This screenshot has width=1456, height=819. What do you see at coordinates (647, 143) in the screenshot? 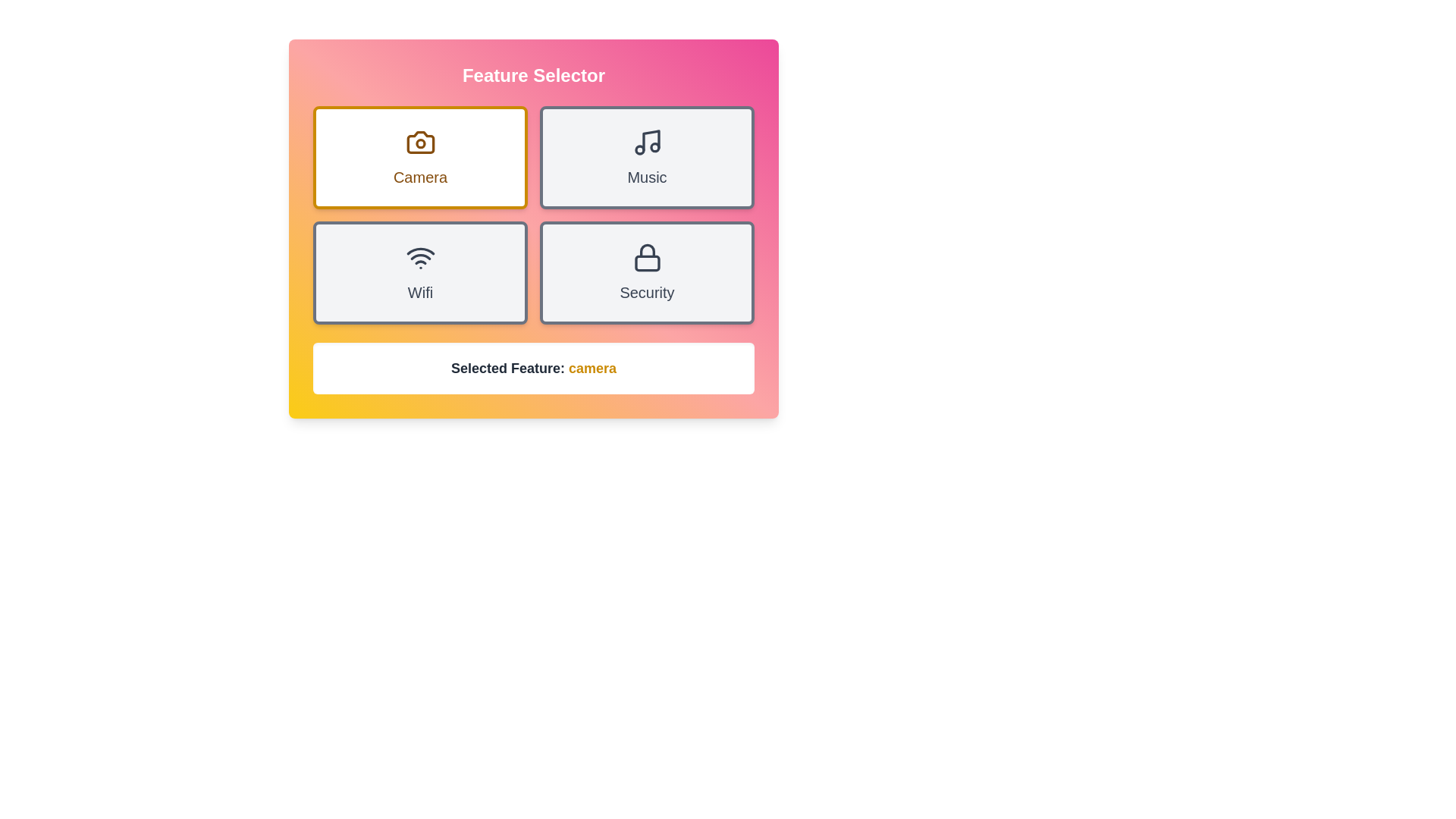
I see `the music note icon located in the top-right card of the 2x2 grid layout, which is part of the 'Music' card and positioned centrally above the text label 'Music'` at bounding box center [647, 143].